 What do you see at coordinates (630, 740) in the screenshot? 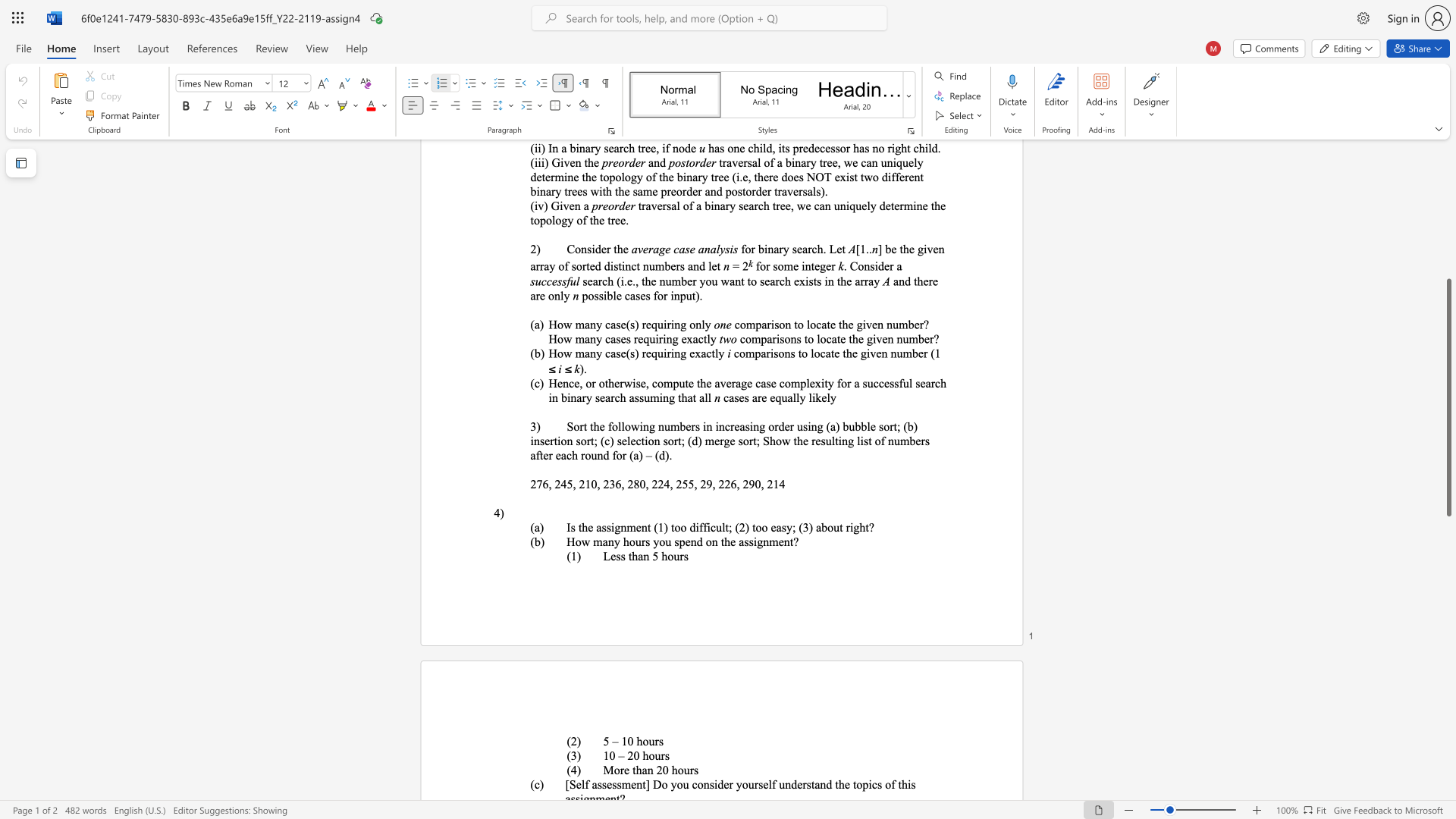
I see `the 1th character "0" in the text` at bounding box center [630, 740].